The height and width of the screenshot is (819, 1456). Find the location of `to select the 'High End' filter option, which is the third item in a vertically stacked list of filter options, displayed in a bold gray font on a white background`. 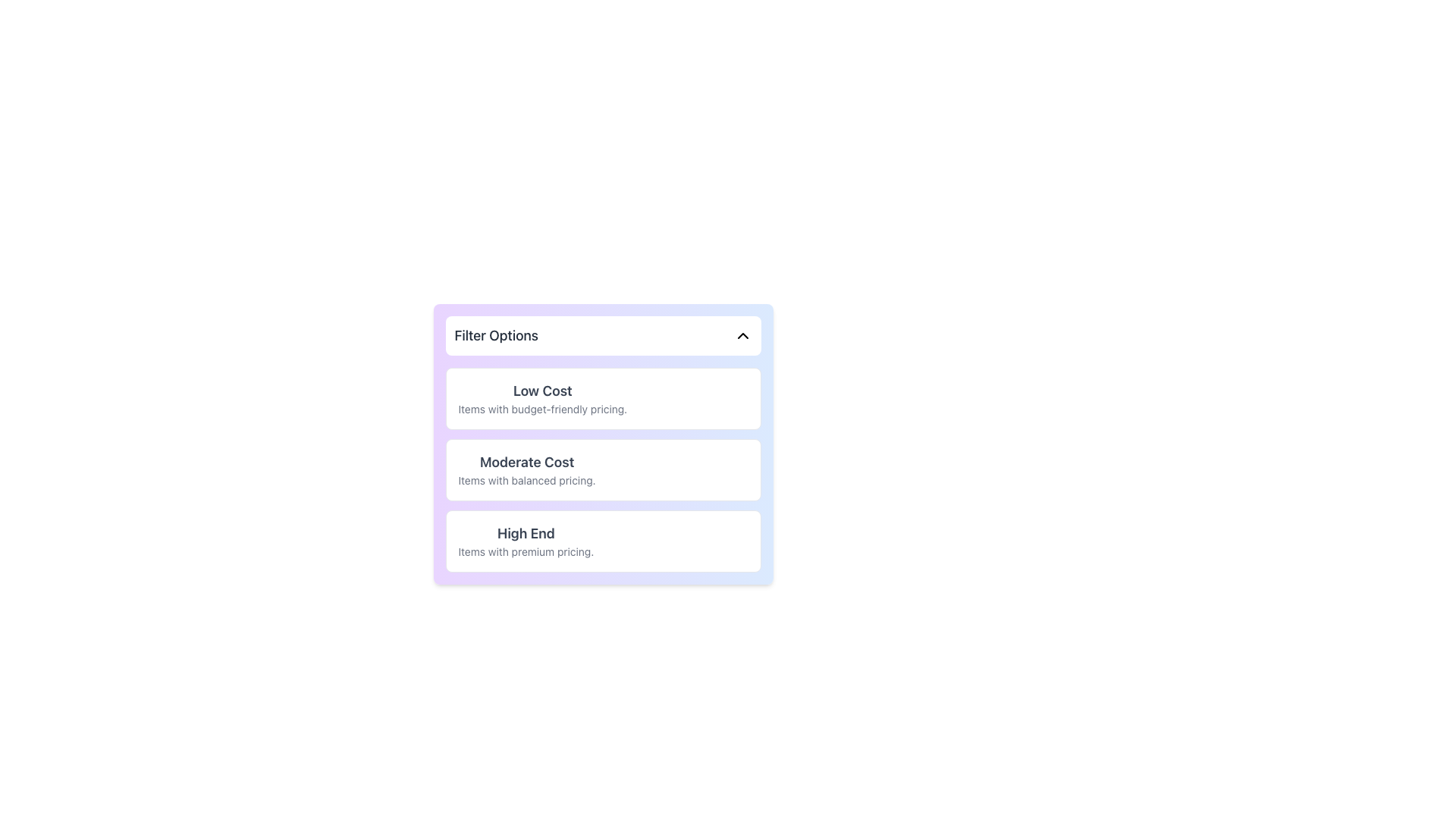

to select the 'High End' filter option, which is the third item in a vertically stacked list of filter options, displayed in a bold gray font on a white background is located at coordinates (526, 540).